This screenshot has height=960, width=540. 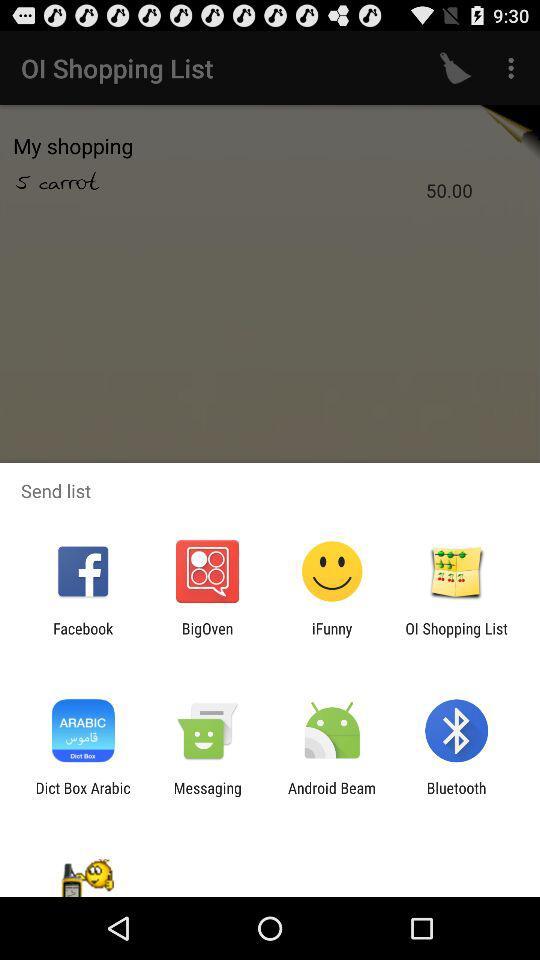 What do you see at coordinates (206, 636) in the screenshot?
I see `icon to the right of facebook item` at bounding box center [206, 636].